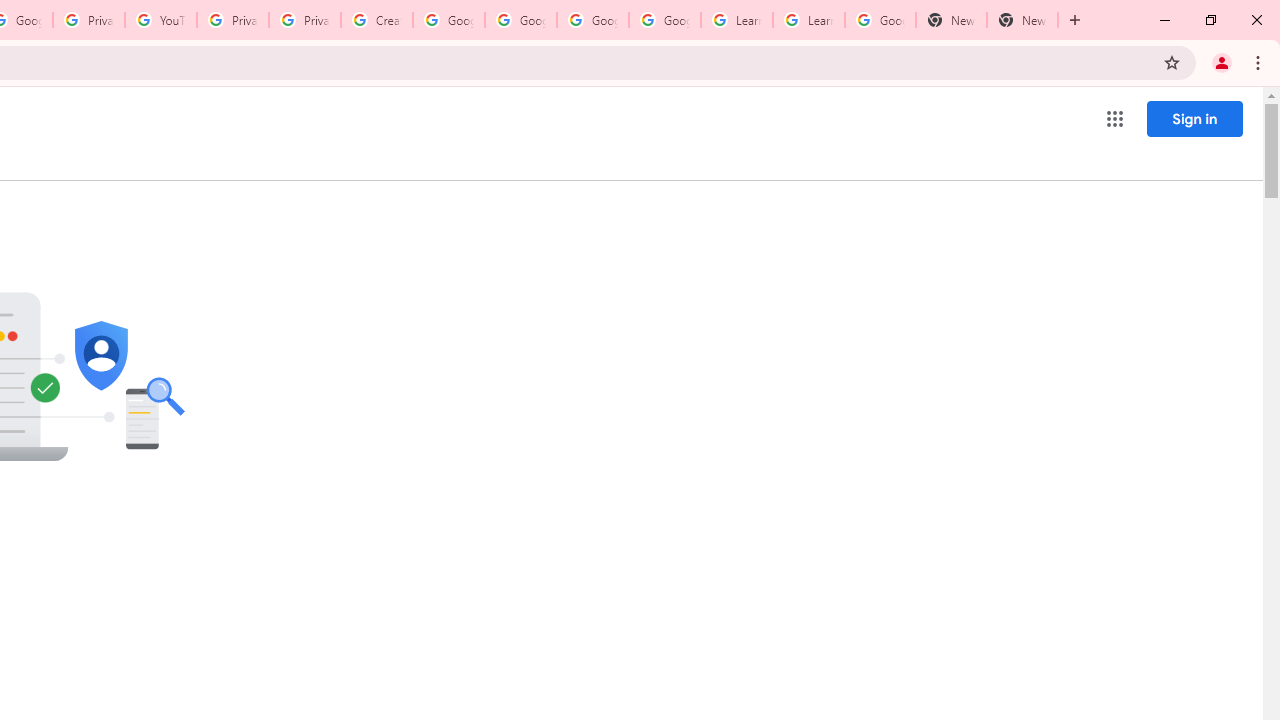 This screenshot has height=720, width=1280. What do you see at coordinates (520, 20) in the screenshot?
I see `'Google Account Help'` at bounding box center [520, 20].